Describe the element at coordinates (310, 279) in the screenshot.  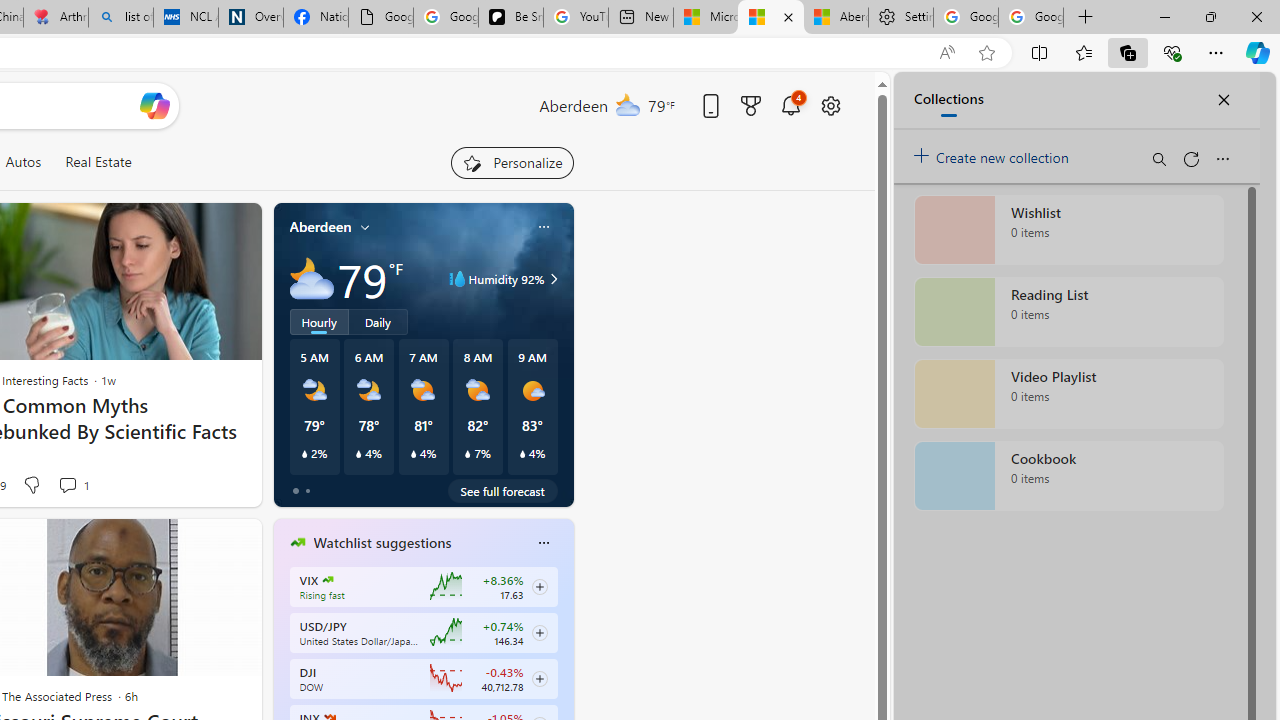
I see `'Mostly cloudy'` at that location.